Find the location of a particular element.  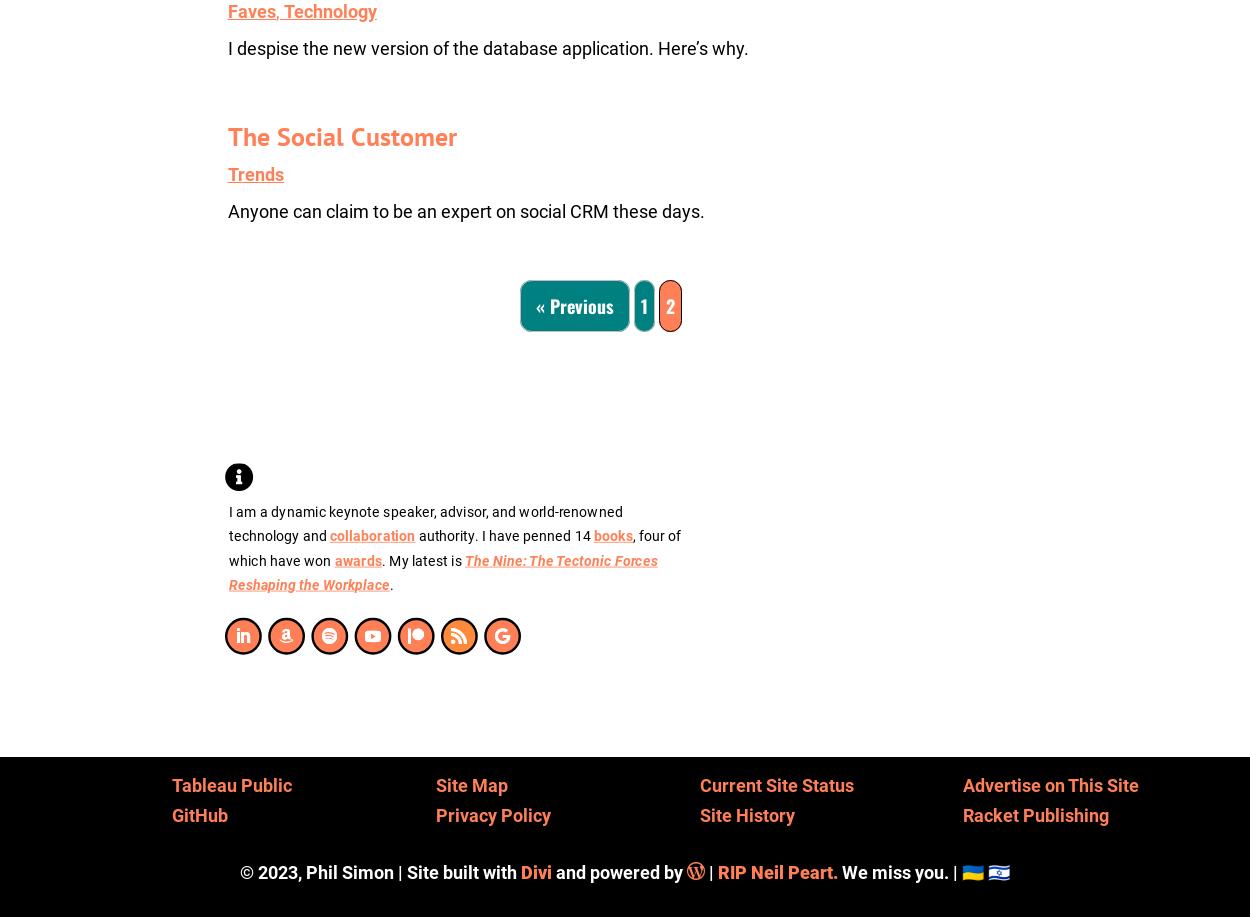

'1' is located at coordinates (644, 304).